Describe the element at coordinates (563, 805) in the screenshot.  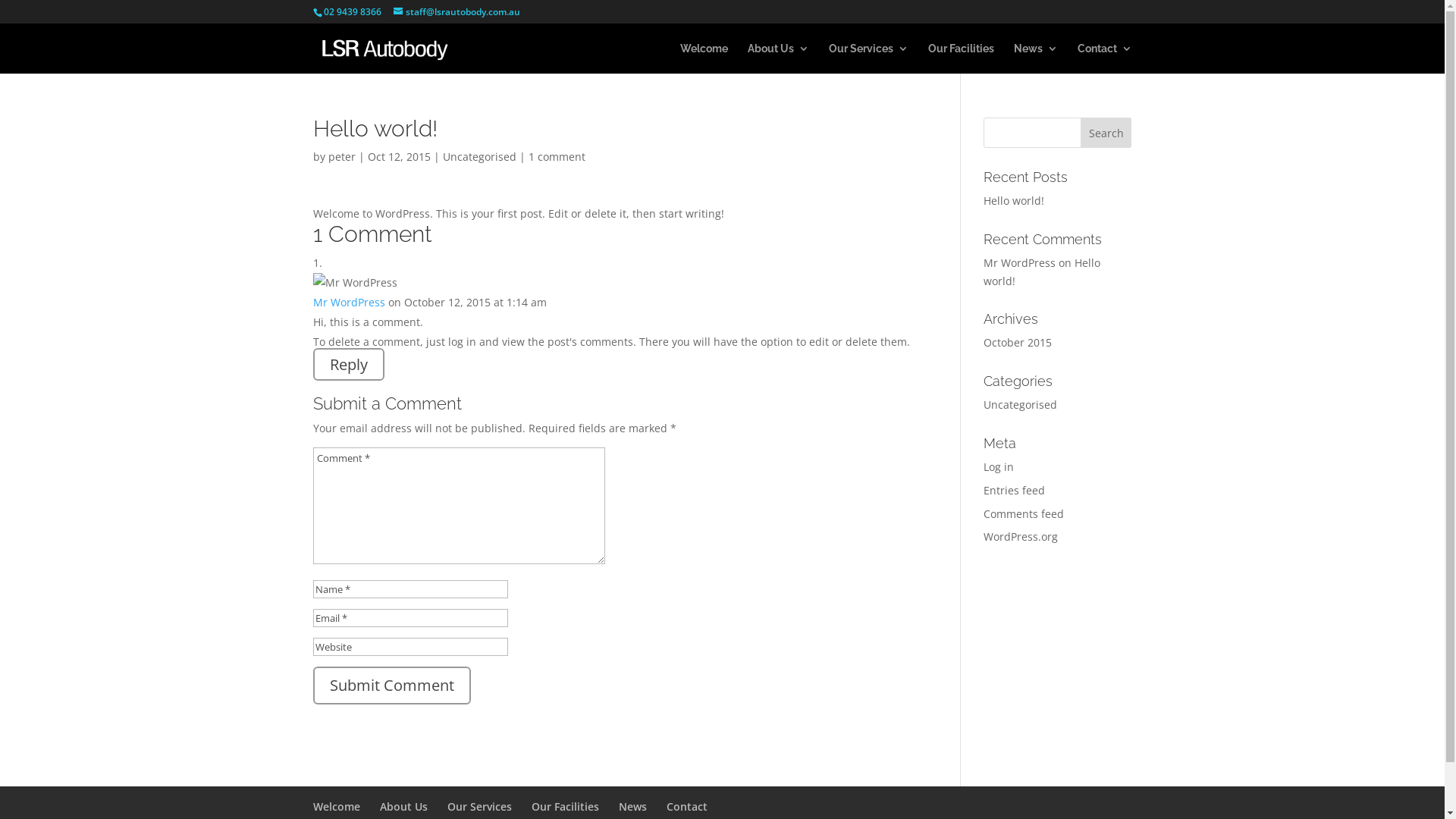
I see `'Our Facilities'` at that location.